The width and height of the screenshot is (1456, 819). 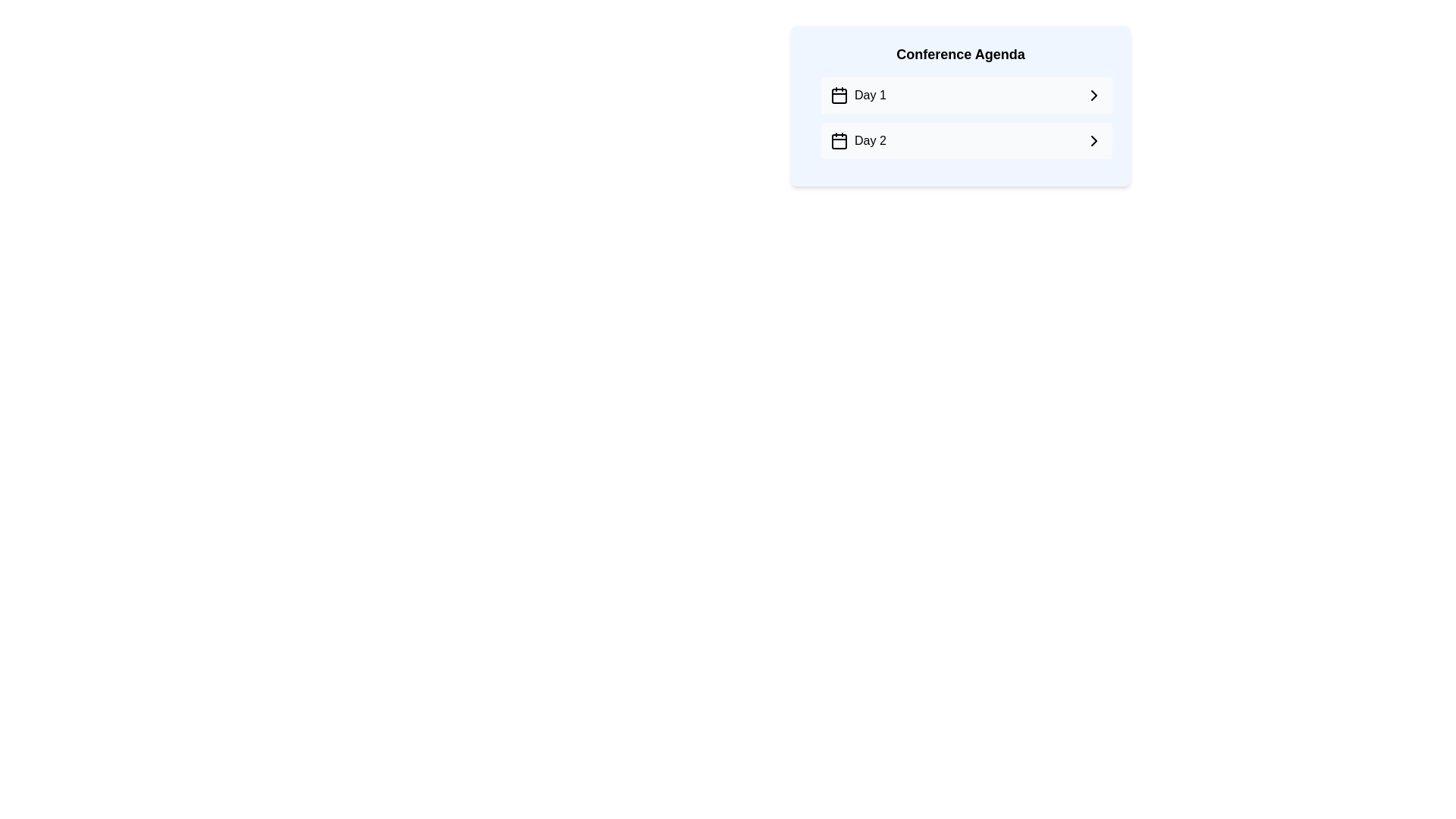 I want to click on the header text 'Conference Agenda' which indicates the schedule for a conference and is centrally aligned above the 'Day 1' and 'Day 2' elements, so click(x=960, y=54).